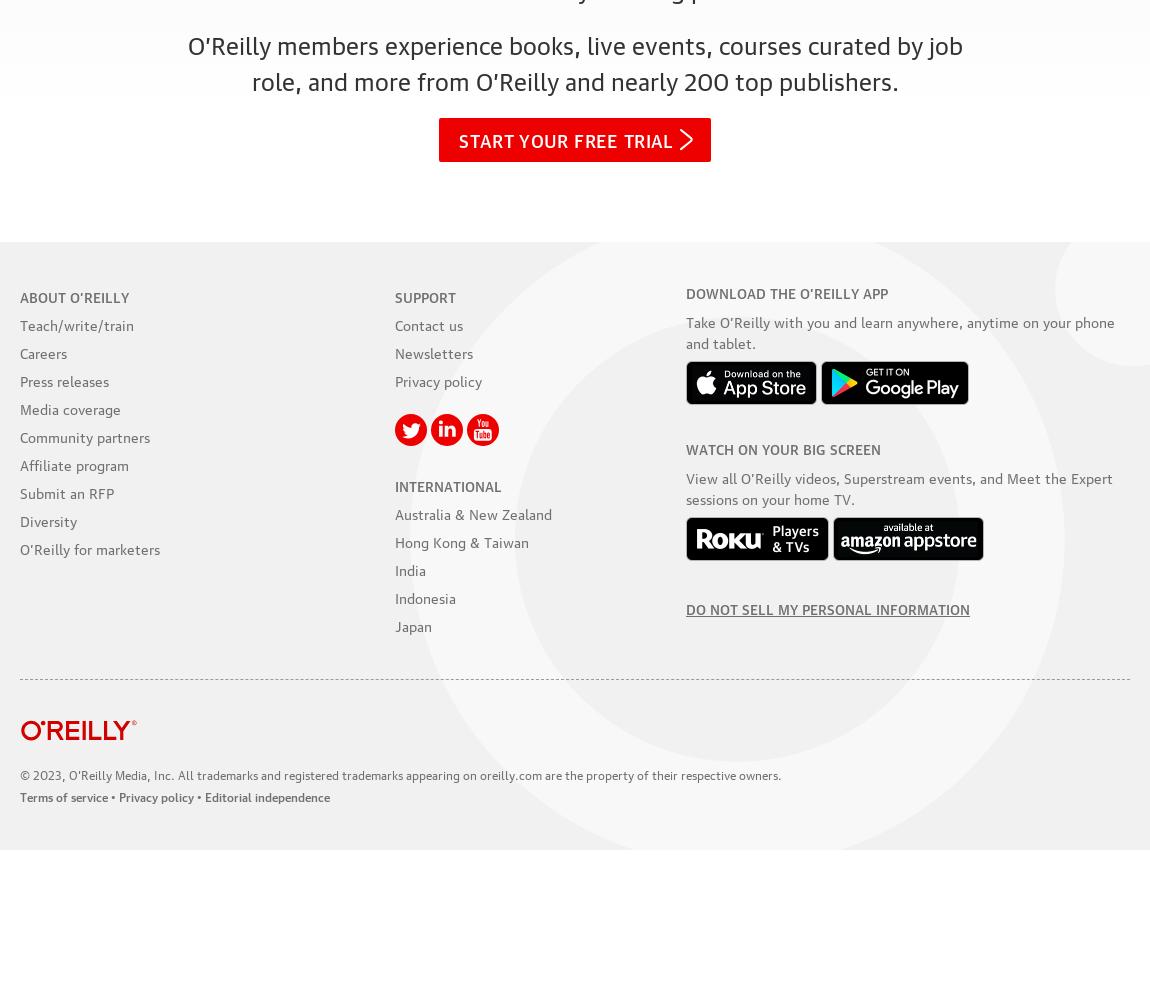  Describe the element at coordinates (63, 379) in the screenshot. I see `'Press releases'` at that location.